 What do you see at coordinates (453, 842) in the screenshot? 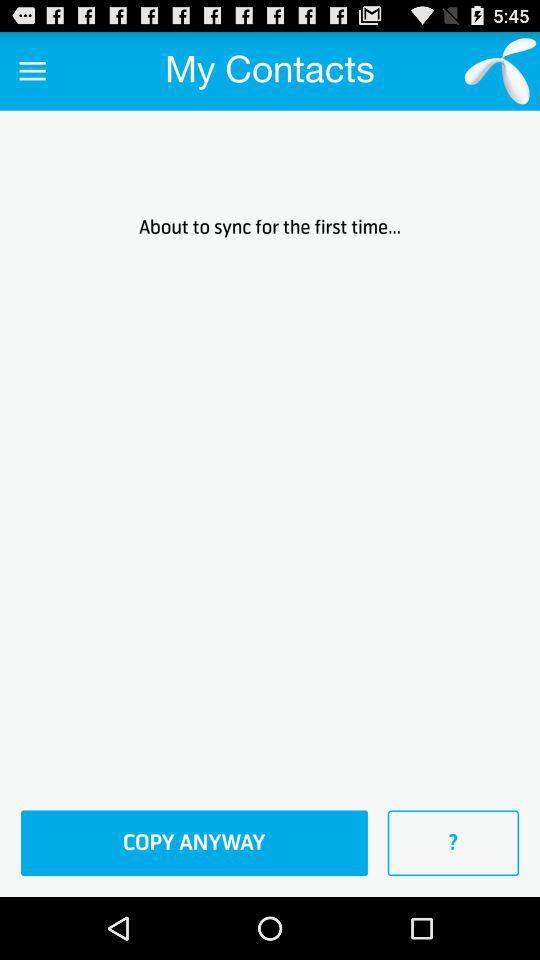
I see `the item next to copy anyway item` at bounding box center [453, 842].